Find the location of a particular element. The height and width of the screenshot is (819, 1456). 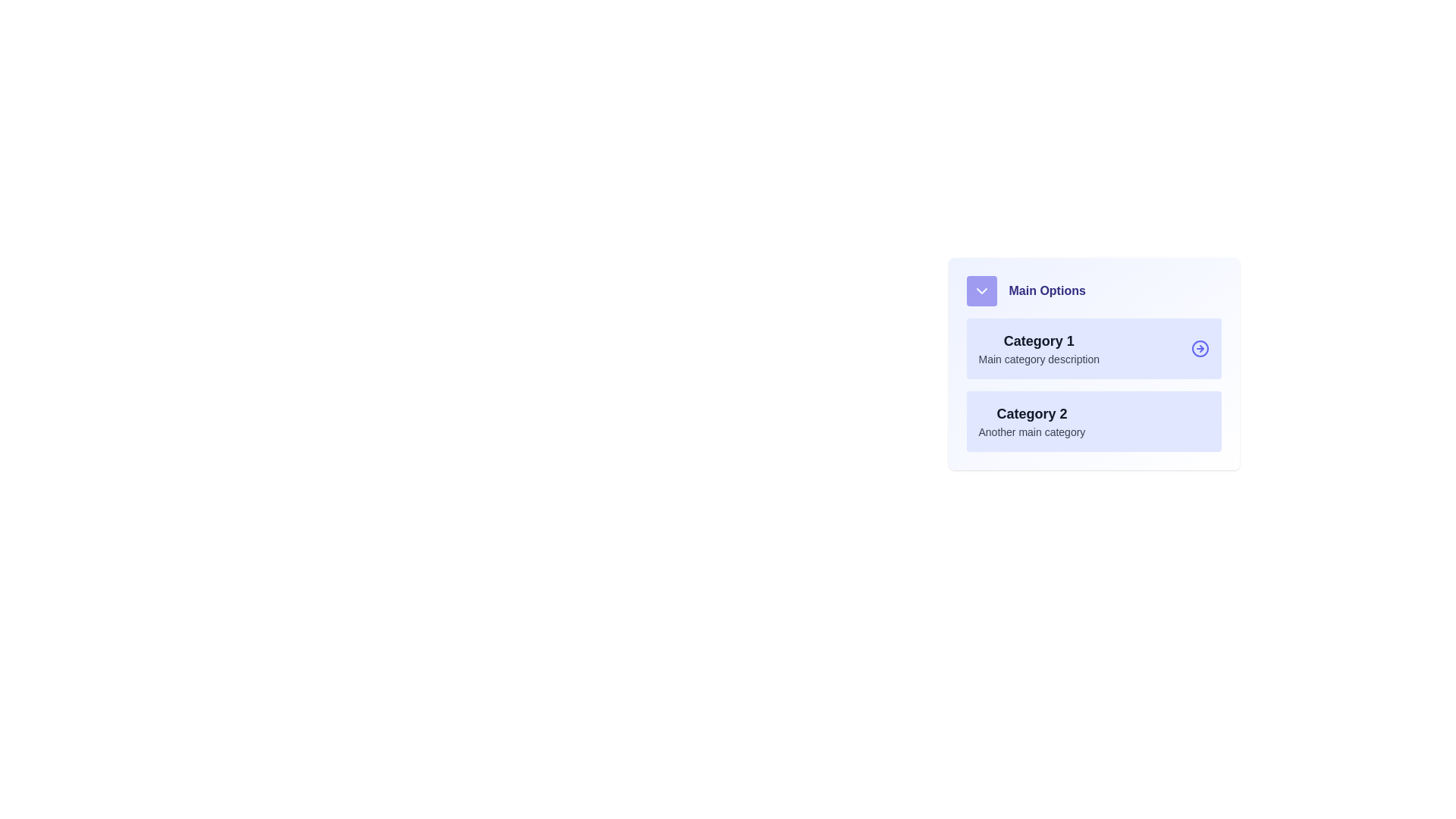

the static text label displaying 'Category 2' which is styled in bold dark gray on a light background, located in the lower section of the 'Main Options' panel is located at coordinates (1031, 414).